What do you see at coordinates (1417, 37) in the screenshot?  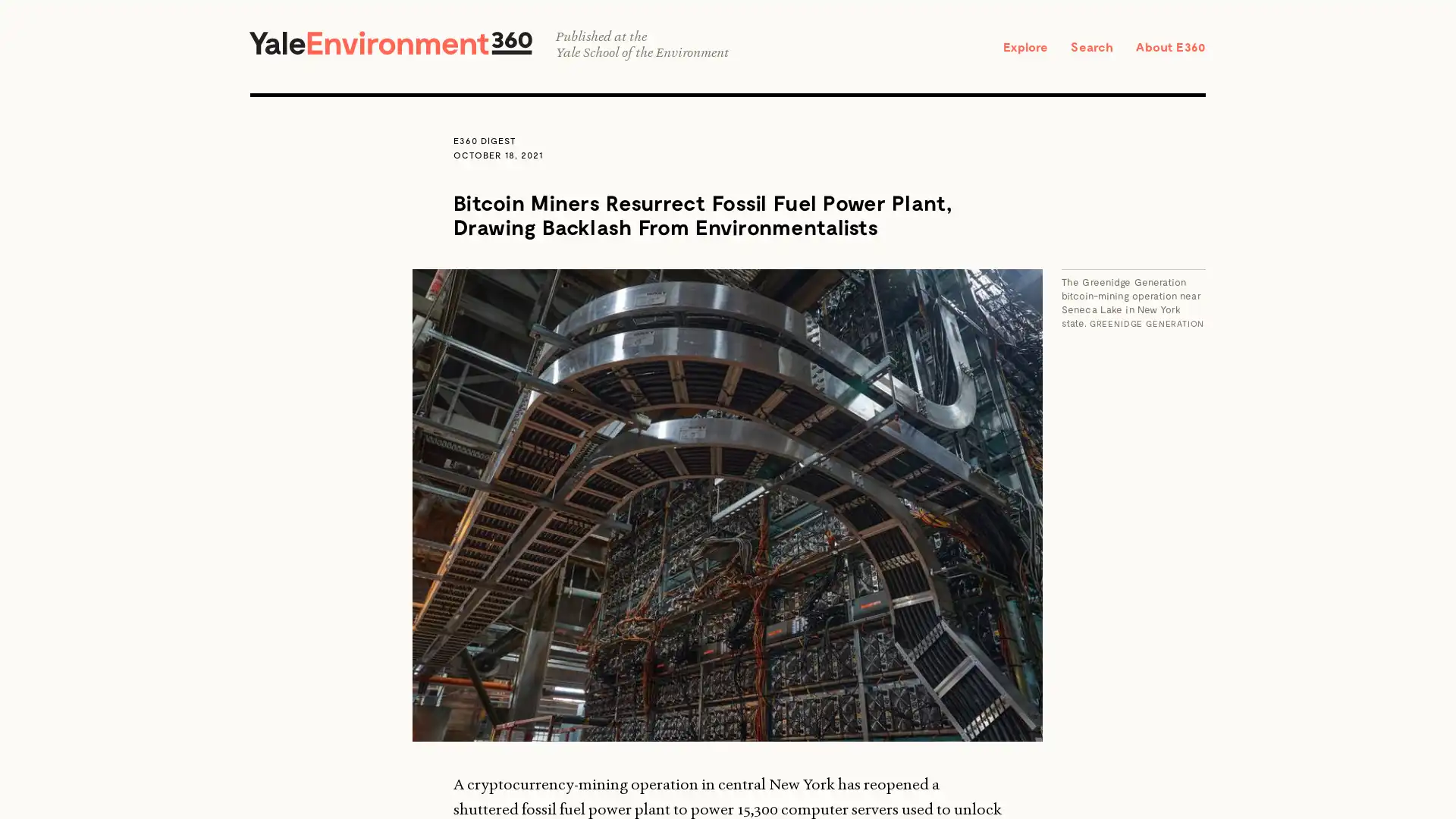 I see `CLOSE` at bounding box center [1417, 37].